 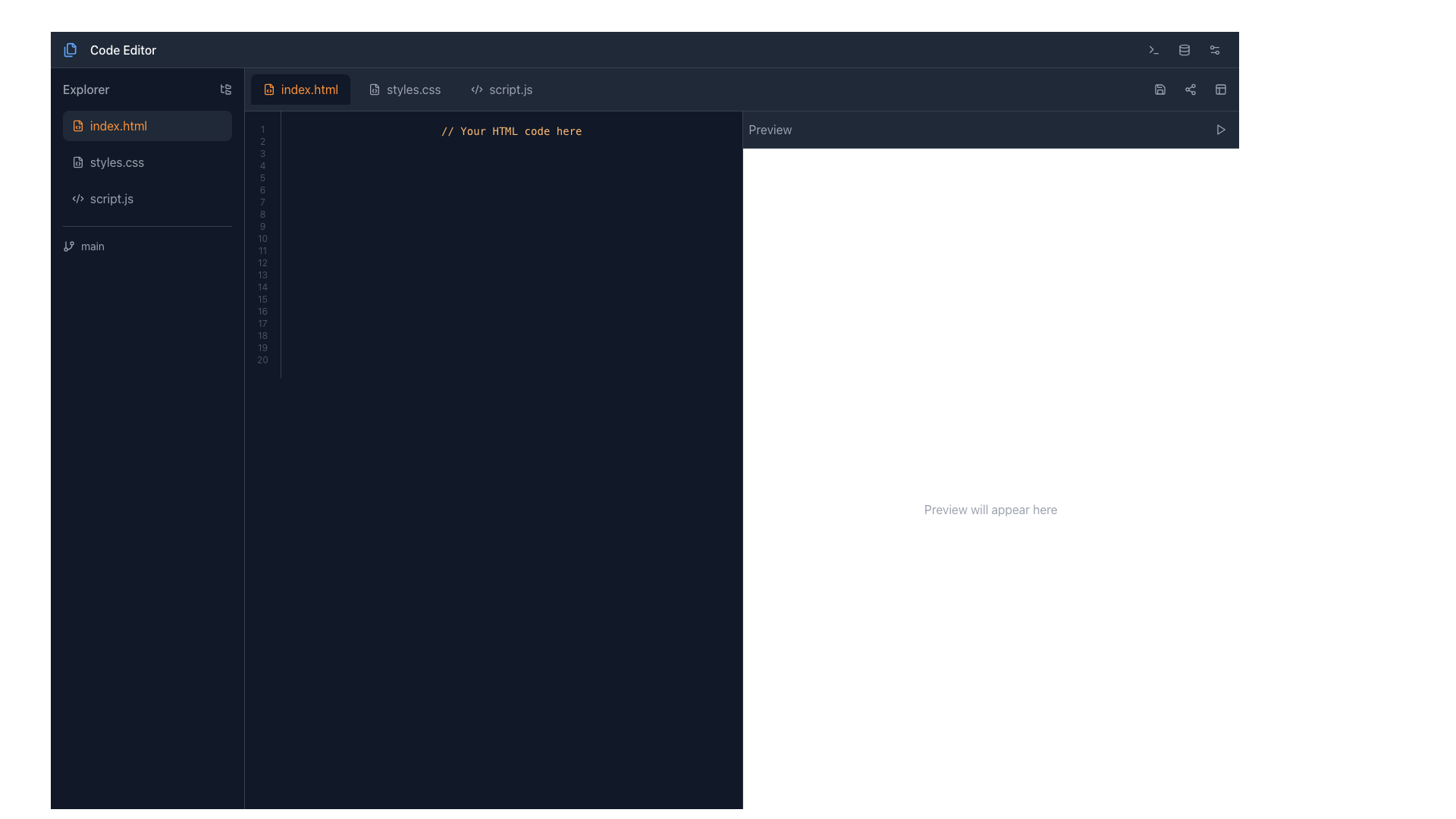 I want to click on the static text that signifies line number '19' in the vertical list of numbers on the left edge of the code editor interface, so click(x=262, y=348).